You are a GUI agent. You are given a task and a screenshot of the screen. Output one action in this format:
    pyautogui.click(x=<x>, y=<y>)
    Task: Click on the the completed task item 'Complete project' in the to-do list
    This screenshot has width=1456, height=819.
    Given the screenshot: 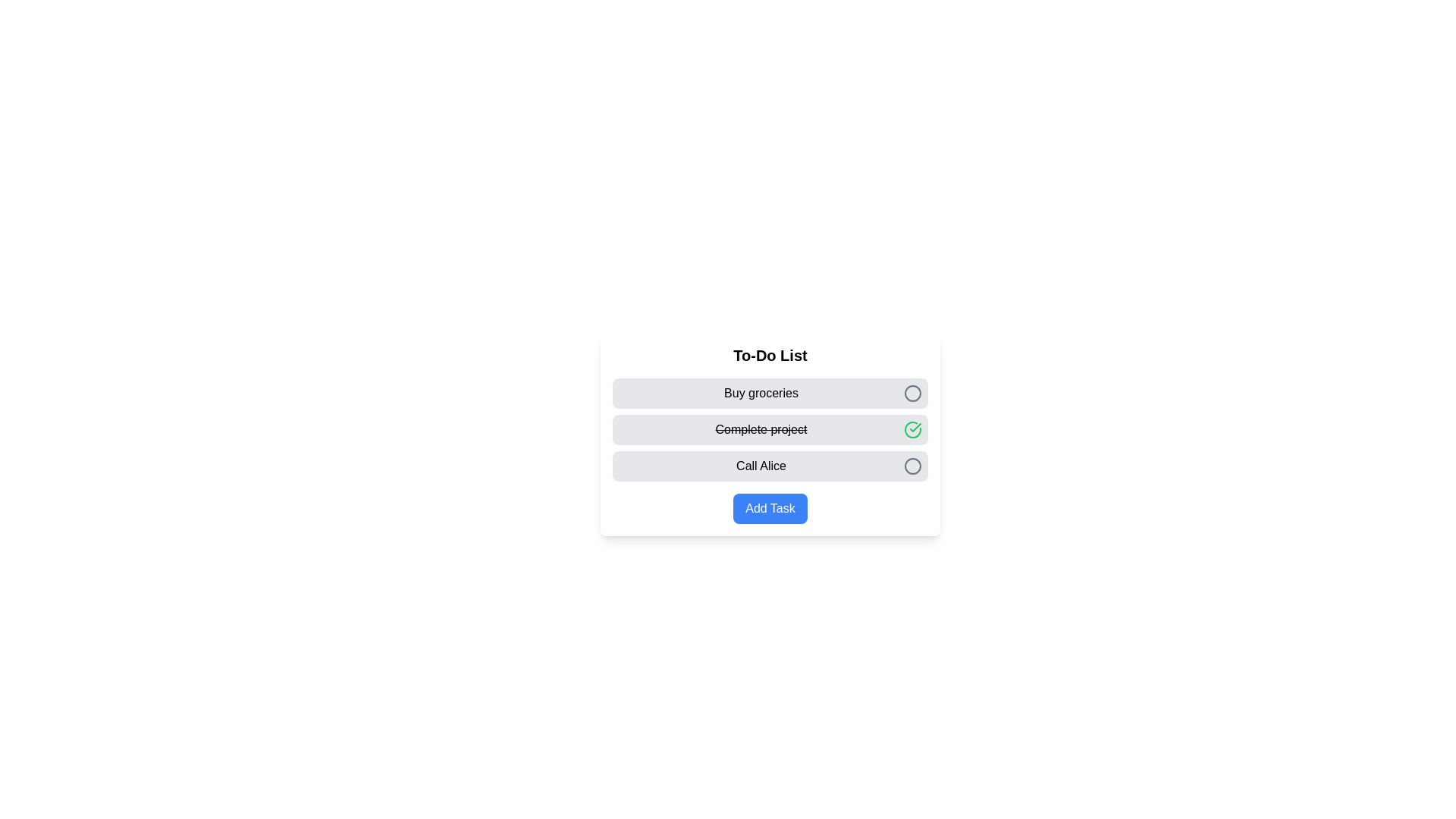 What is the action you would take?
    pyautogui.click(x=770, y=435)
    